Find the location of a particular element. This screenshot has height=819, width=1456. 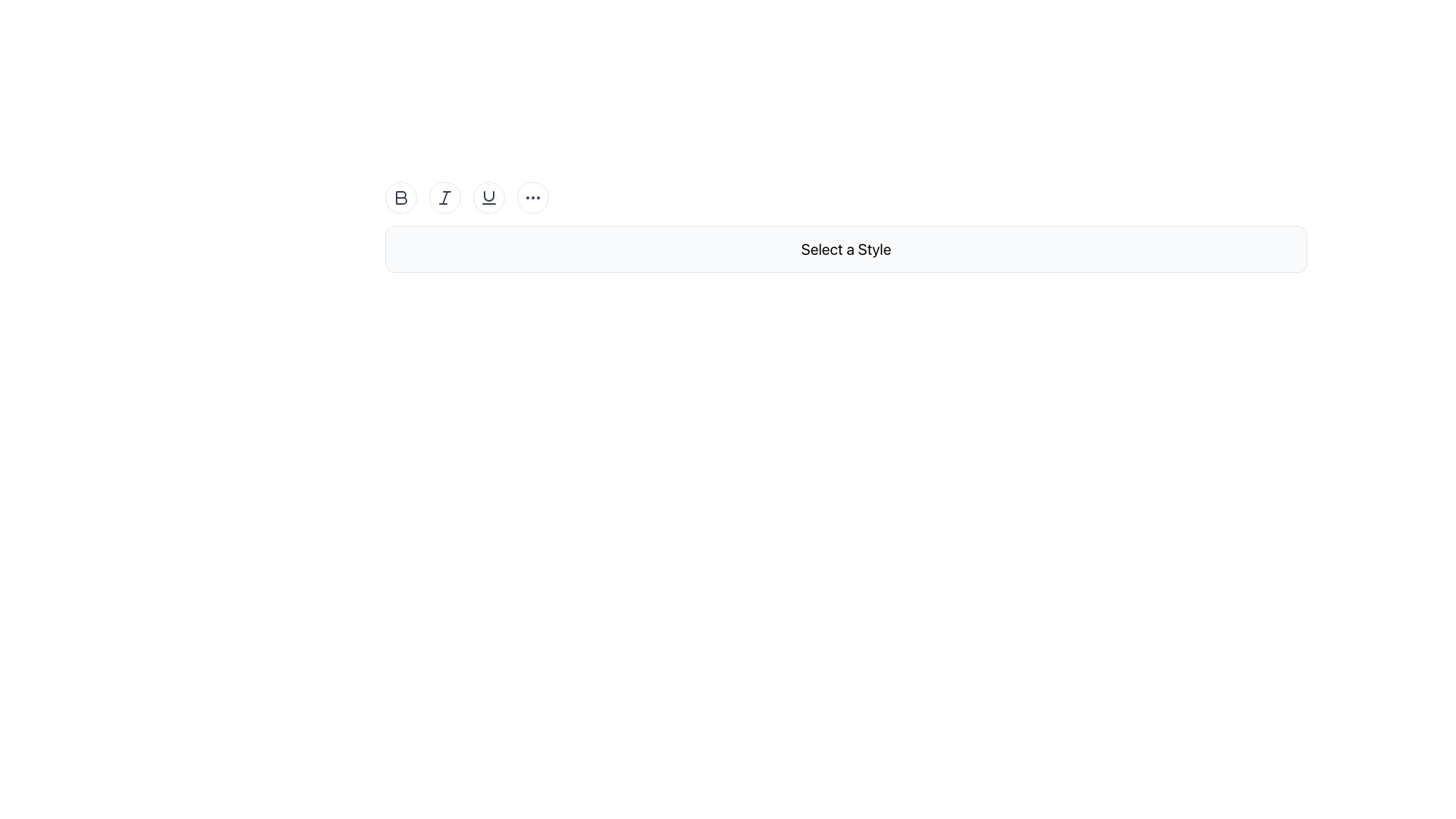

the bold text styling icon represented by a stylized 'B' in the text formatting toolbar is located at coordinates (401, 197).